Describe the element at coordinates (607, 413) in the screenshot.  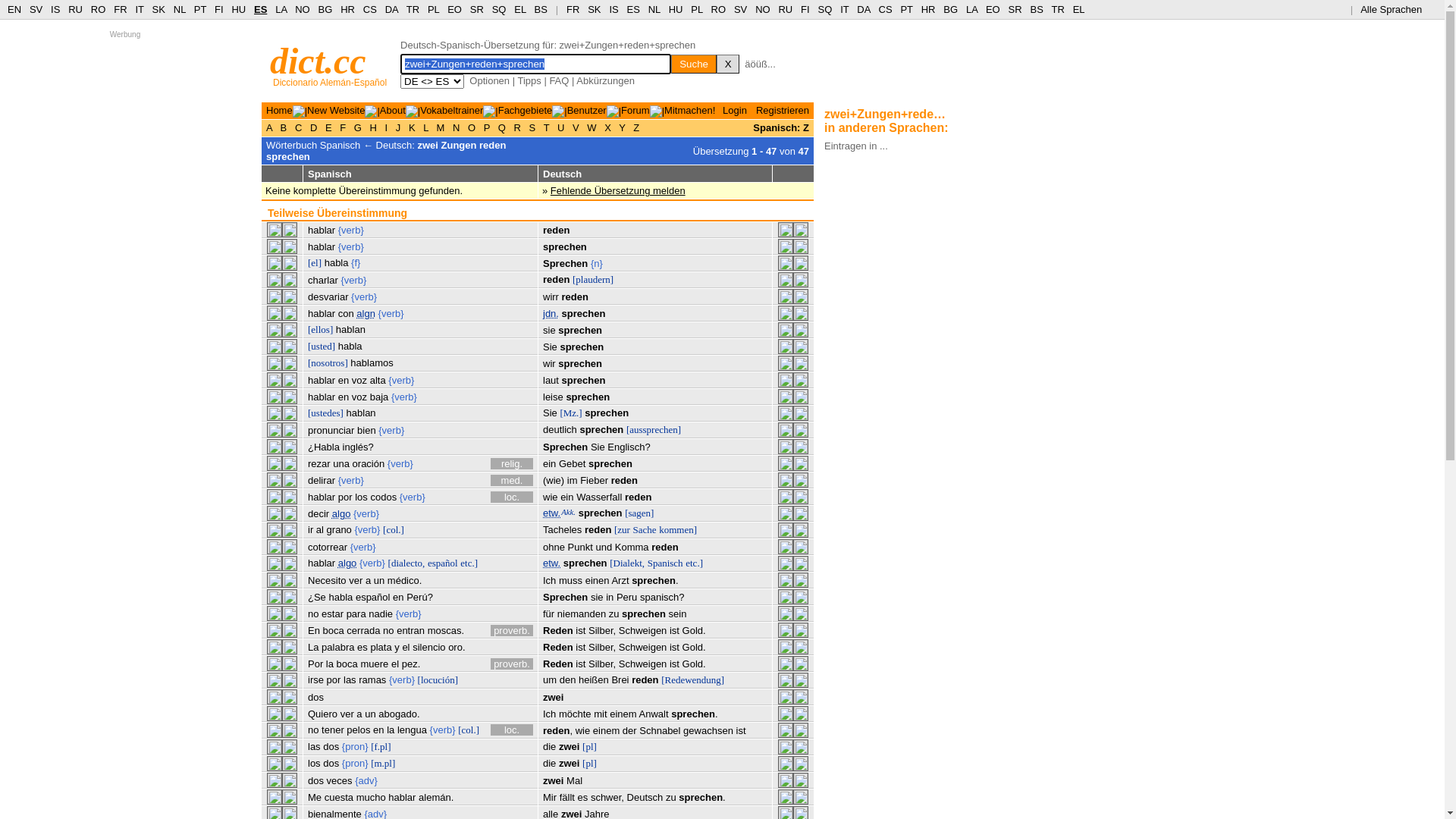
I see `'sprechen'` at that location.